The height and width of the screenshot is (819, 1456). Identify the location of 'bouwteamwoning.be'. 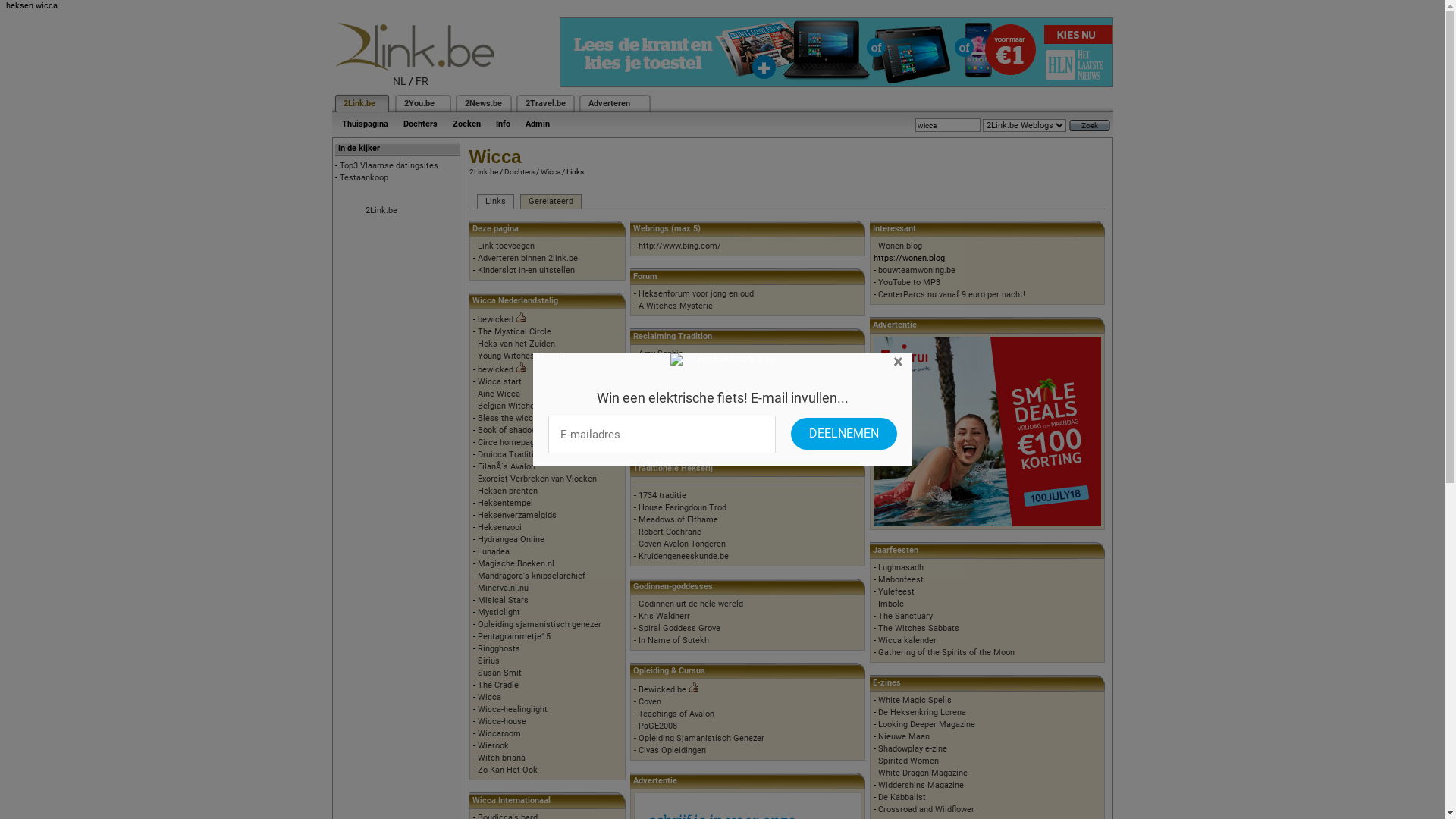
(916, 269).